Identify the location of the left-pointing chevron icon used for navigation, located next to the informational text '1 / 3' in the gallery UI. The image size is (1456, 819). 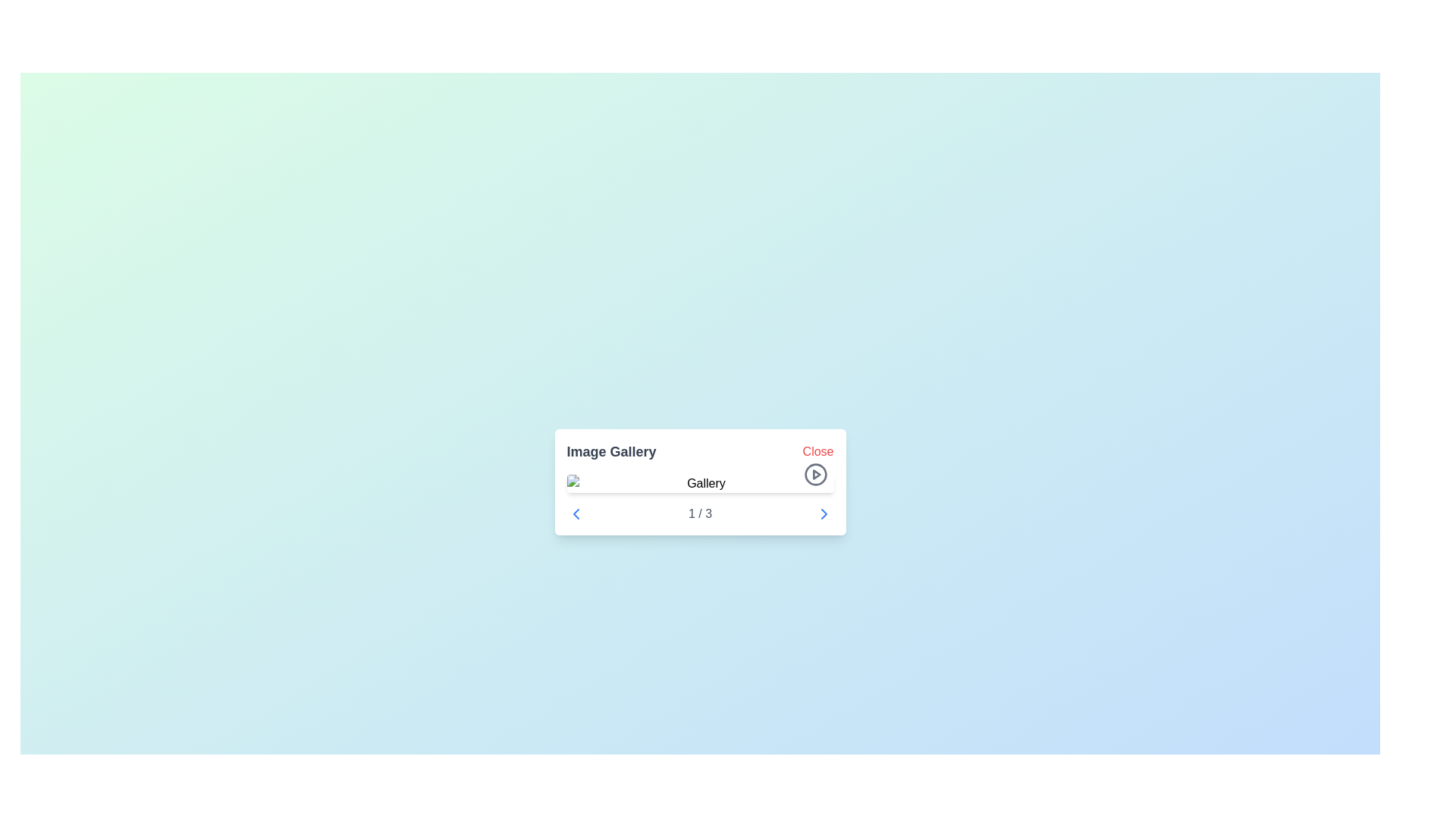
(575, 513).